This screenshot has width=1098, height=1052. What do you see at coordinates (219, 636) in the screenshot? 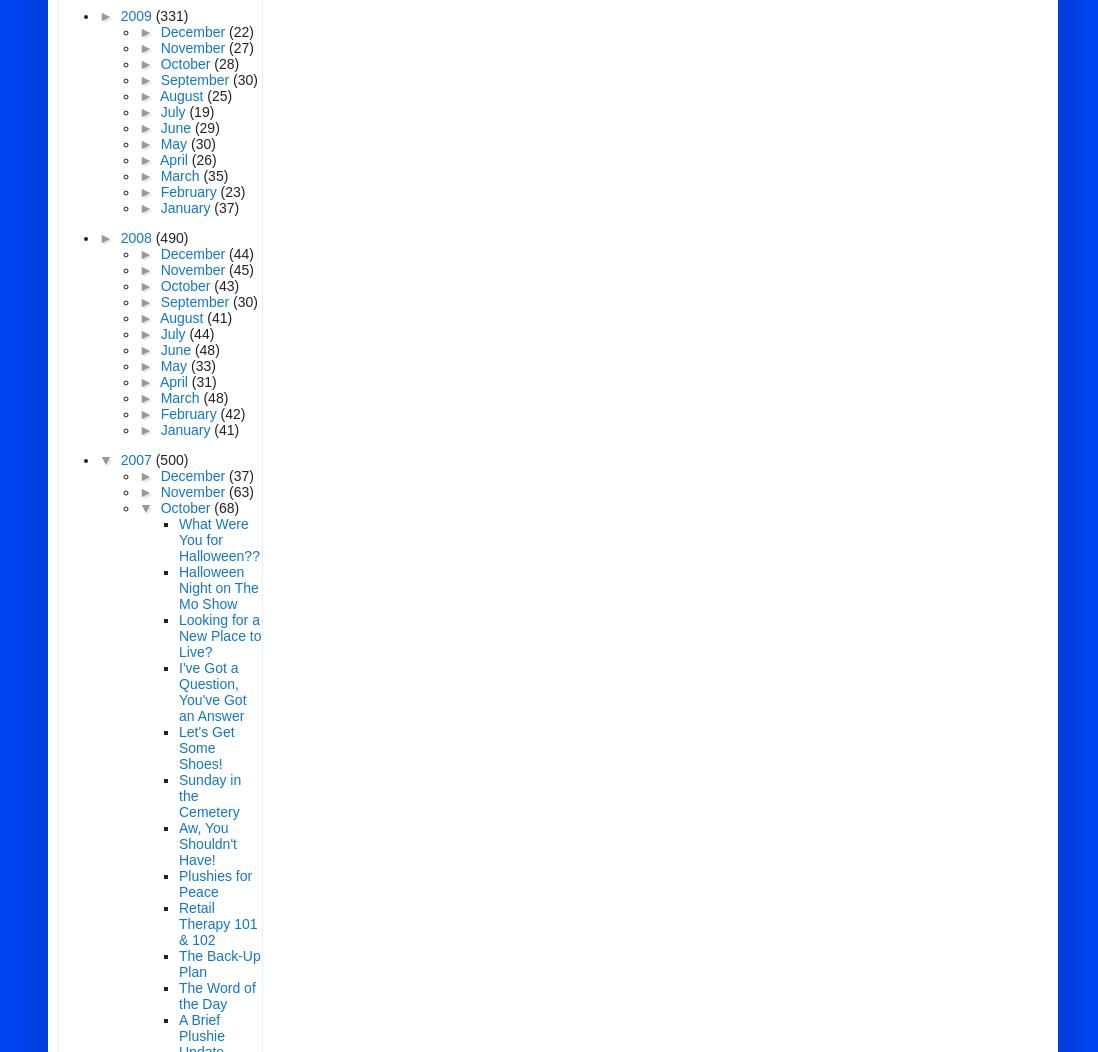
I see `'Looking for a New Place to Live?'` at bounding box center [219, 636].